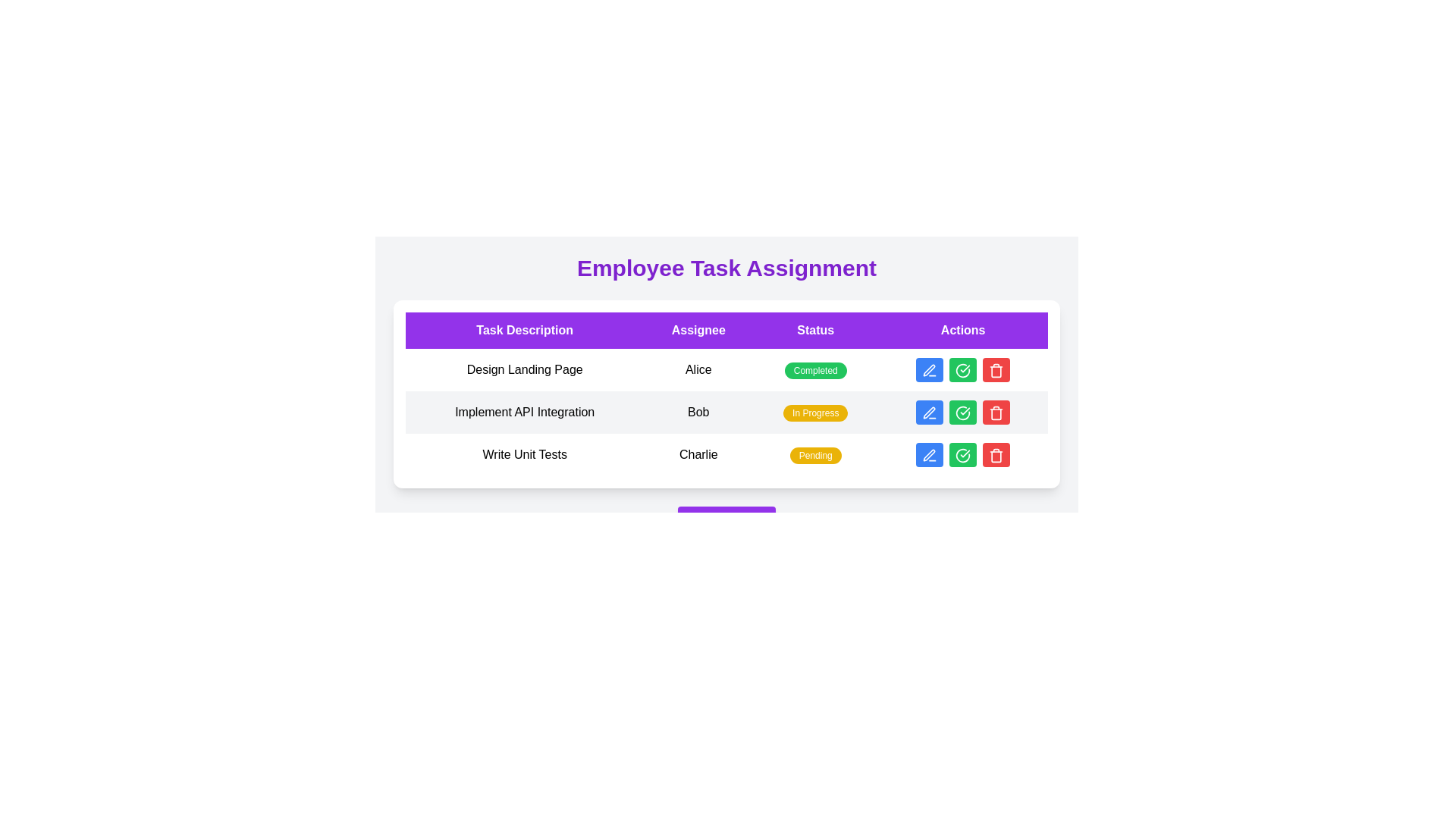  Describe the element at coordinates (962, 370) in the screenshot. I see `the green button with a circular checkmark icon located in the 'Actions' column for 'Design Landing Page'` at that location.